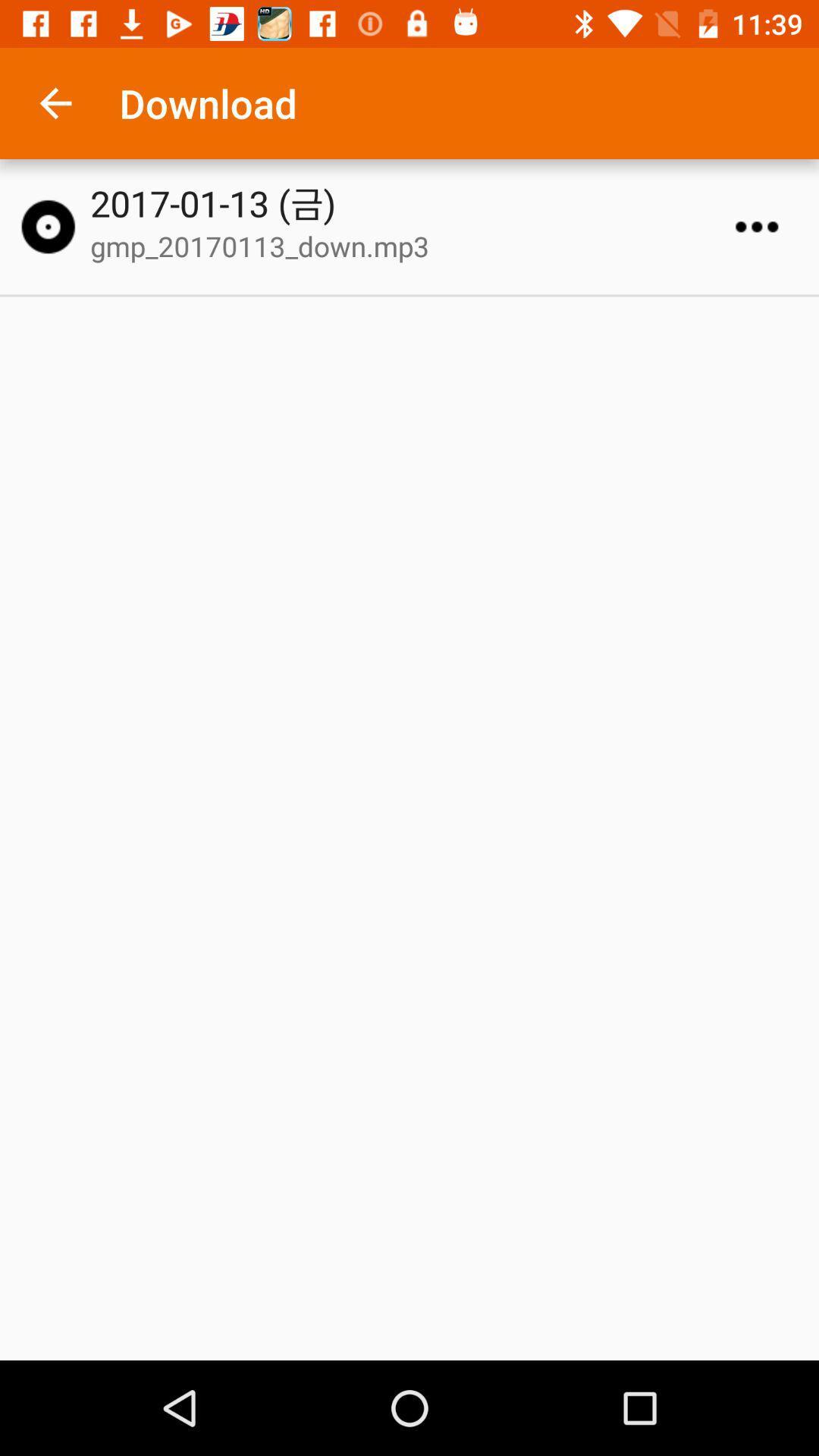 Image resolution: width=819 pixels, height=1456 pixels. I want to click on the 2017 01 13 icon, so click(416, 202).